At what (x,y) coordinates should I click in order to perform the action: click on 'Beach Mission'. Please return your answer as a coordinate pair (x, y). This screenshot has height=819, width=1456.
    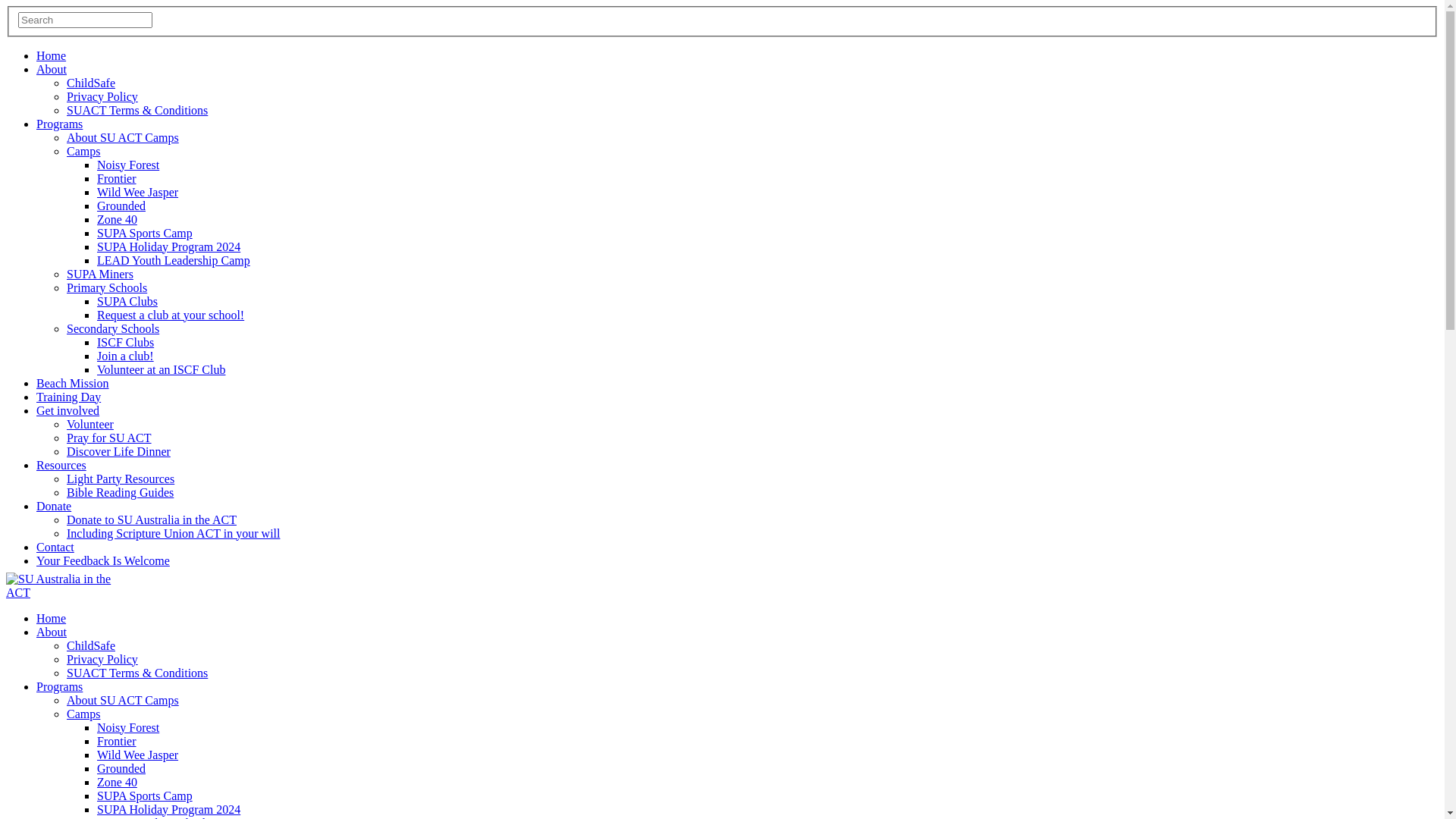
    Looking at the image, I should click on (72, 382).